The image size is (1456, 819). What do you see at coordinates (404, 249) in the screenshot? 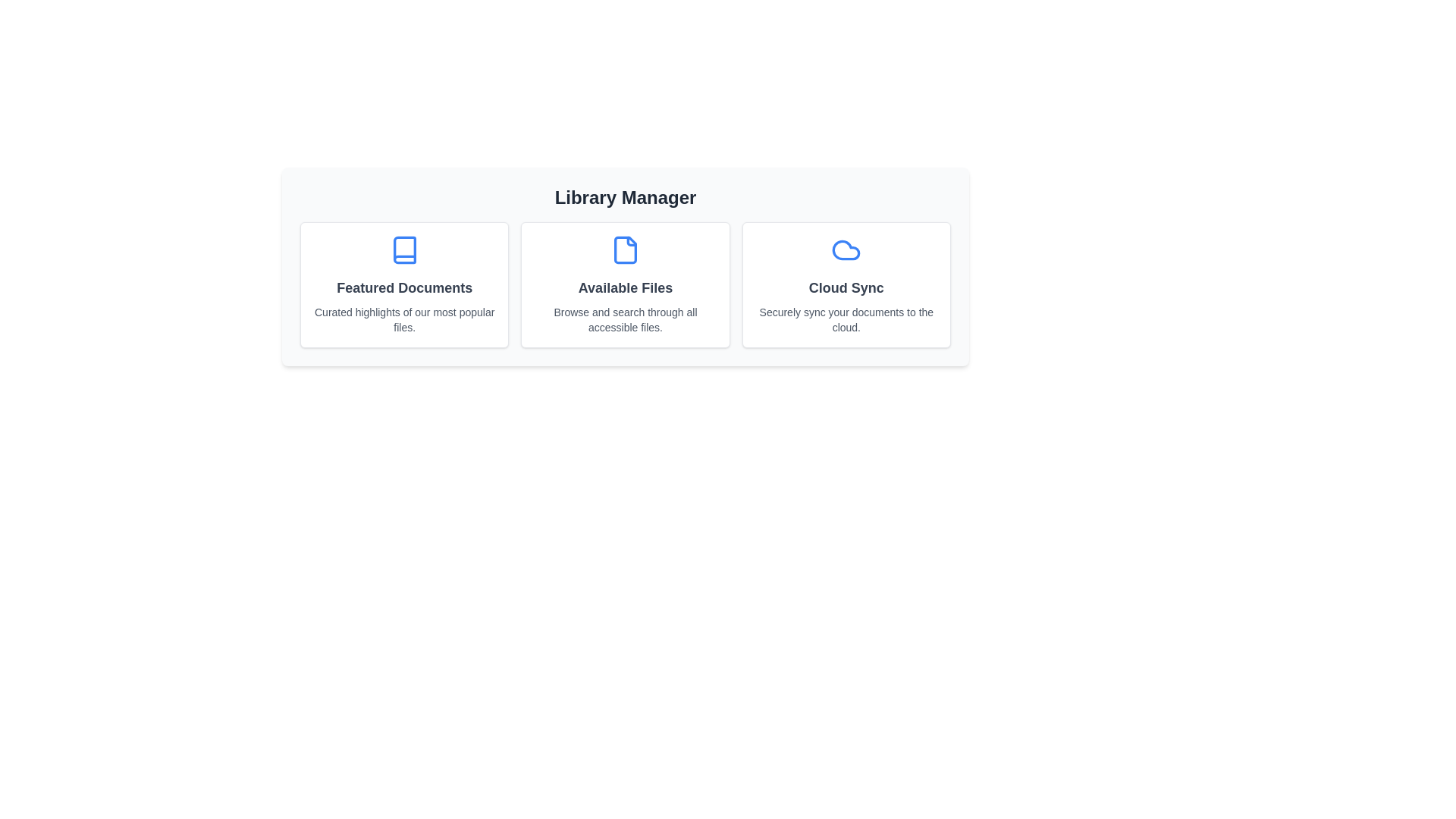
I see `the icon representing Featured Documents` at bounding box center [404, 249].